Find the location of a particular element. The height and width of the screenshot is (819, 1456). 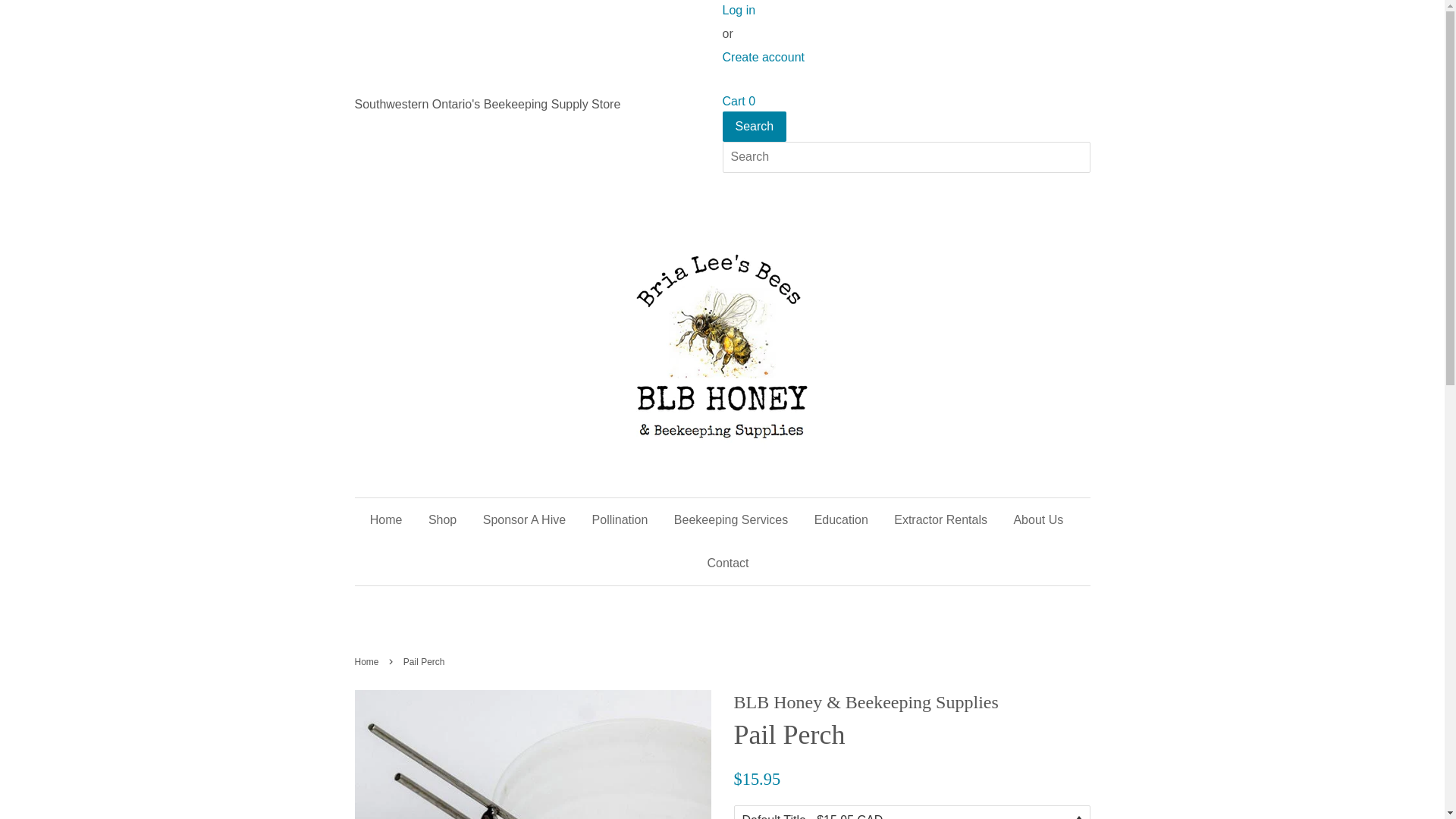

'Contact' is located at coordinates (720, 563).